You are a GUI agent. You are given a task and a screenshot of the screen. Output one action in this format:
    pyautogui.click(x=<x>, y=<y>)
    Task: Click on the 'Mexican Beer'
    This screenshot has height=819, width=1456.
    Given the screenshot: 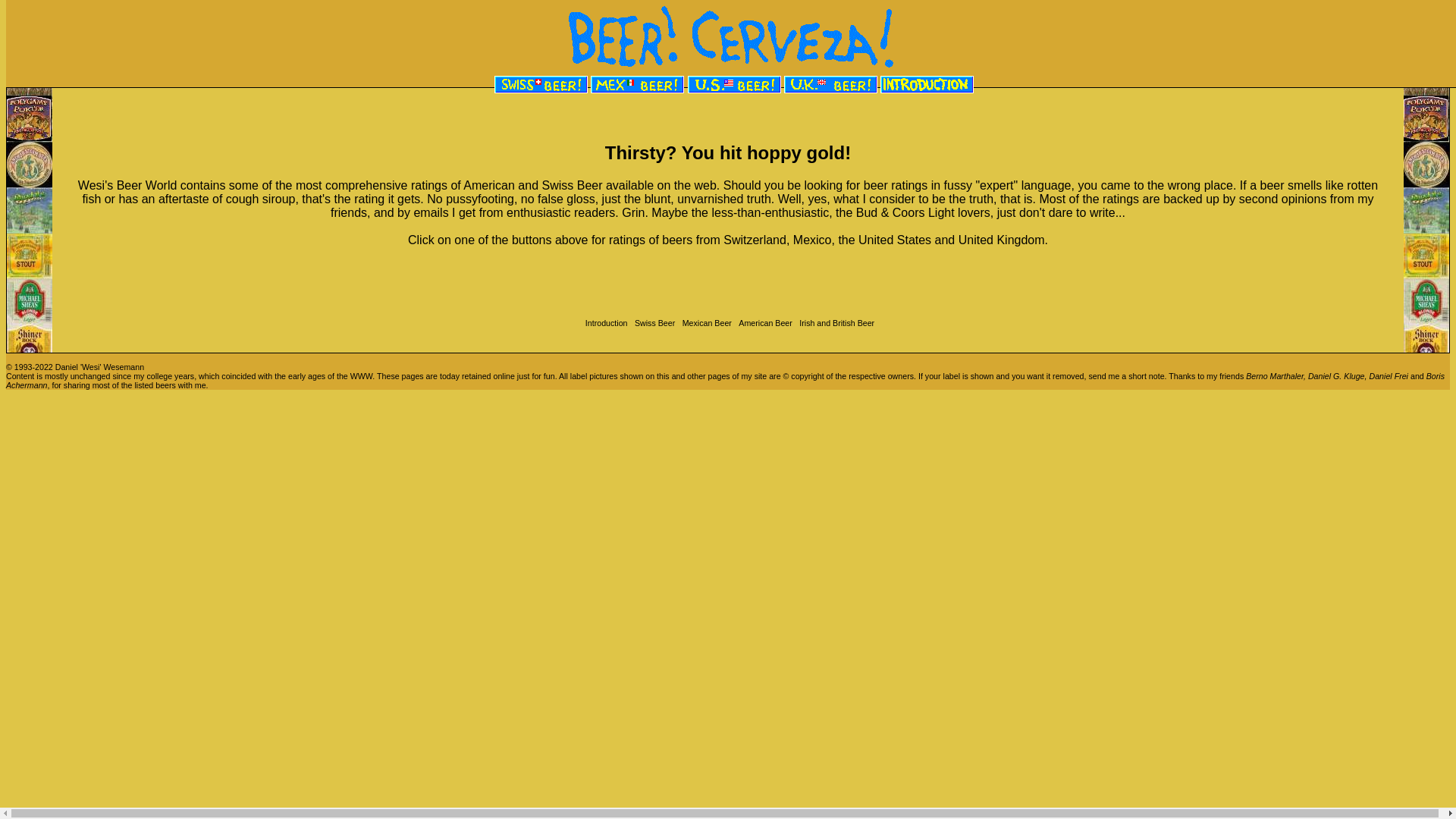 What is the action you would take?
    pyautogui.click(x=677, y=322)
    